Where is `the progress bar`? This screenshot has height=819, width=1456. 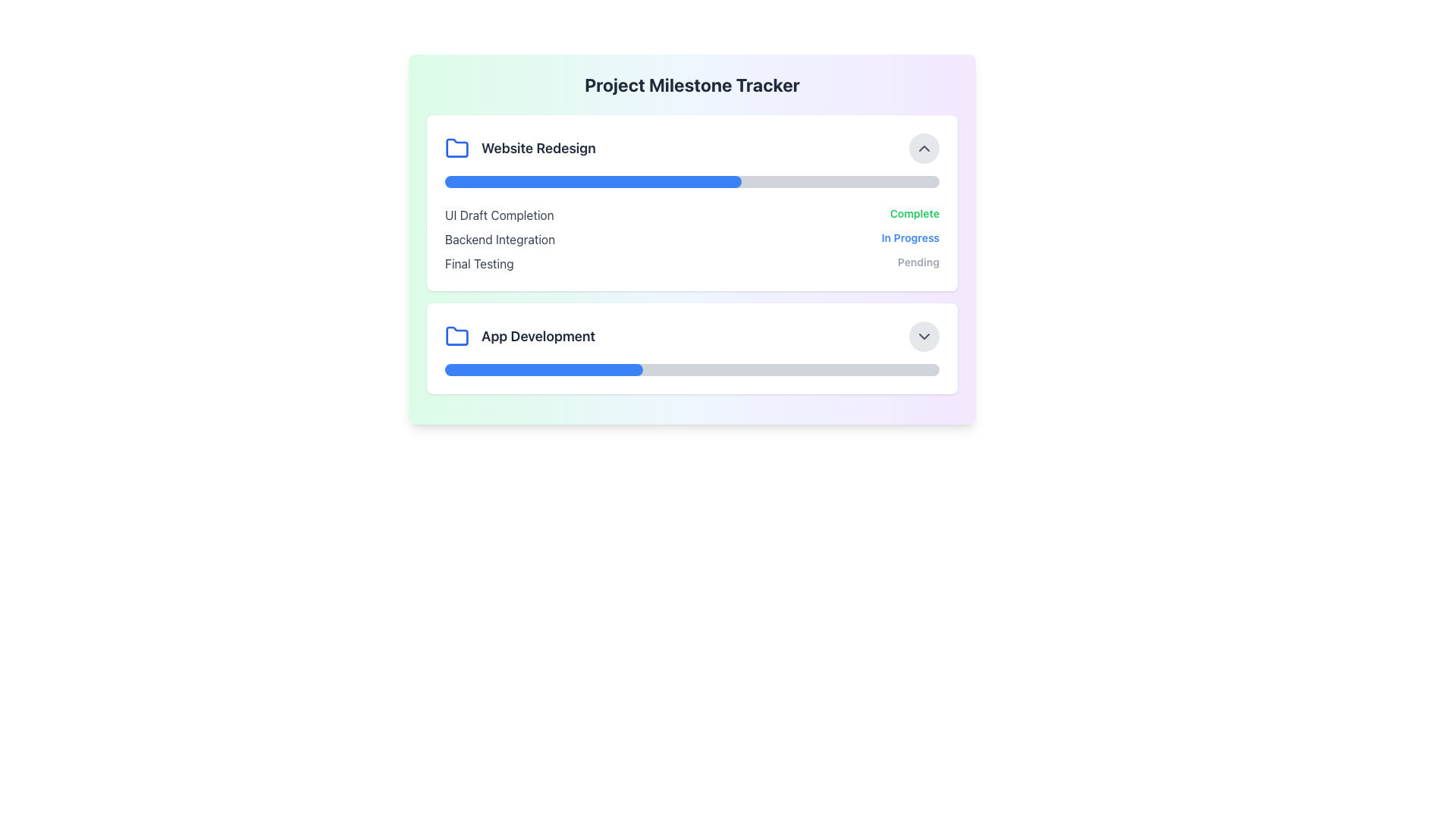 the progress bar is located at coordinates (628, 180).